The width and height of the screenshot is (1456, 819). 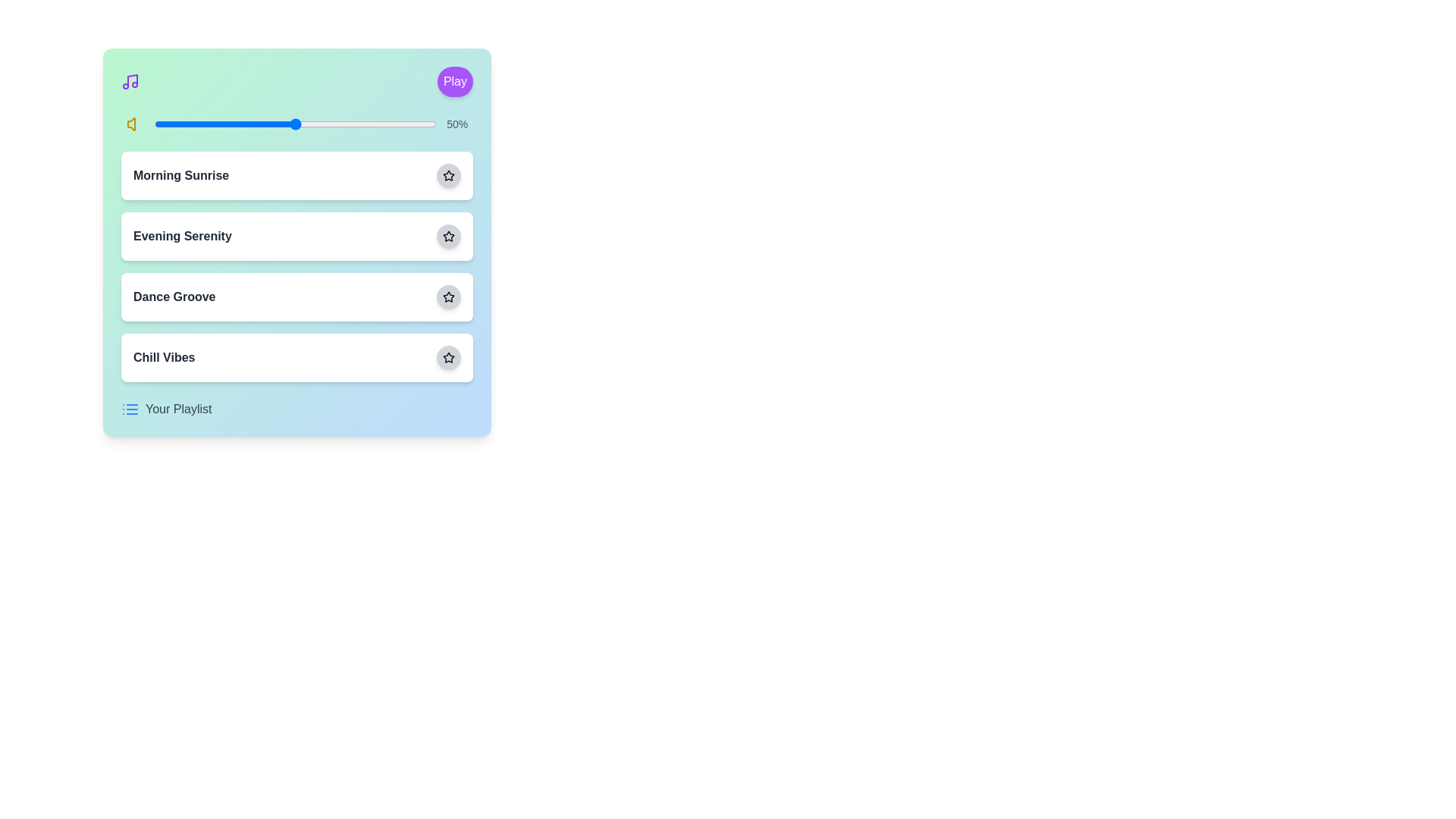 What do you see at coordinates (447, 237) in the screenshot?
I see `the toggle button for marking or favoriting the 'Evening Serenity' item, located to the far right of the second list item` at bounding box center [447, 237].